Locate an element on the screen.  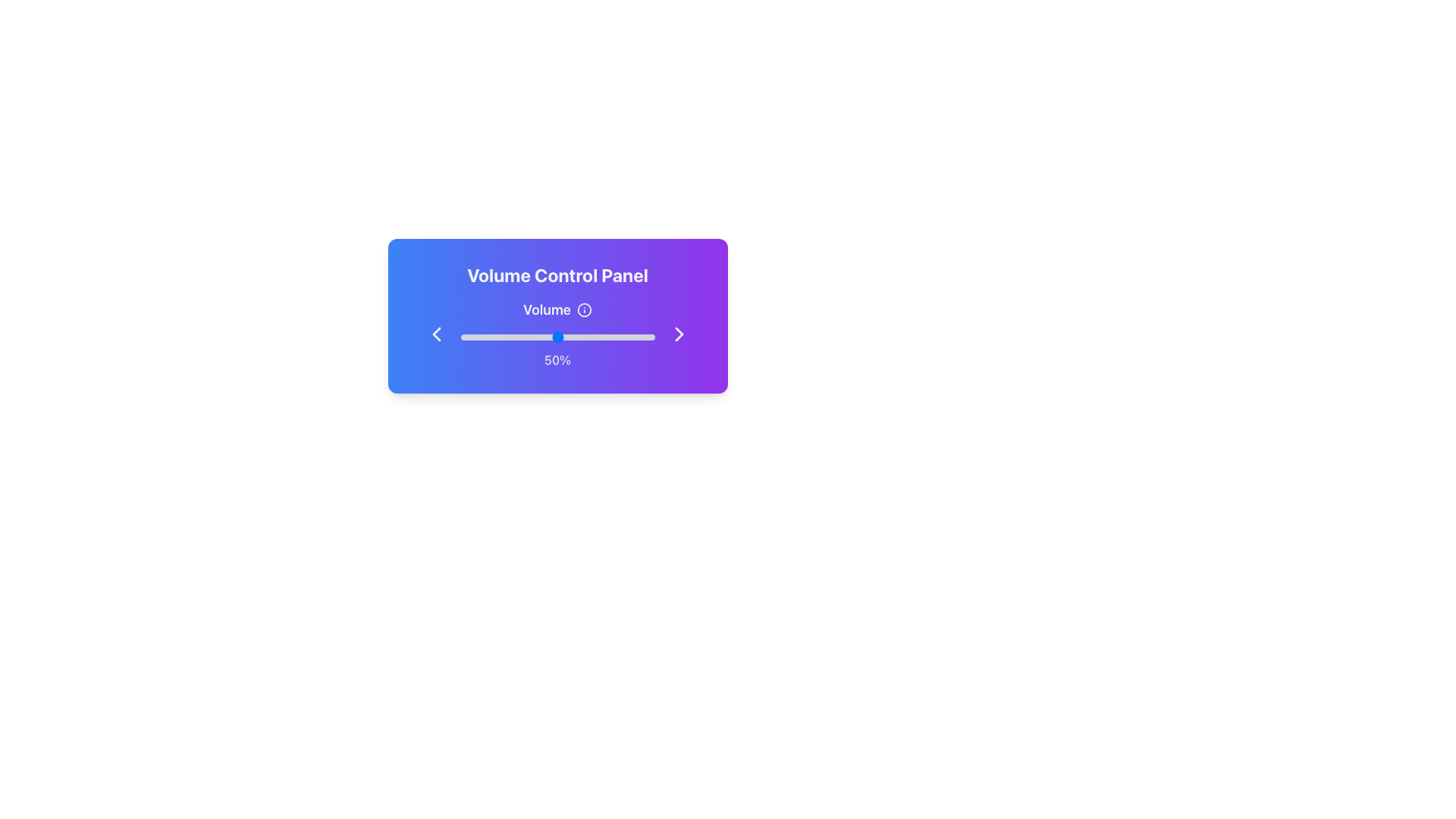
the right-pointing chevron icon located in the Volume Control Panel, which is styled with simple geometric lines and contrasts against a purple background is located at coordinates (678, 333).